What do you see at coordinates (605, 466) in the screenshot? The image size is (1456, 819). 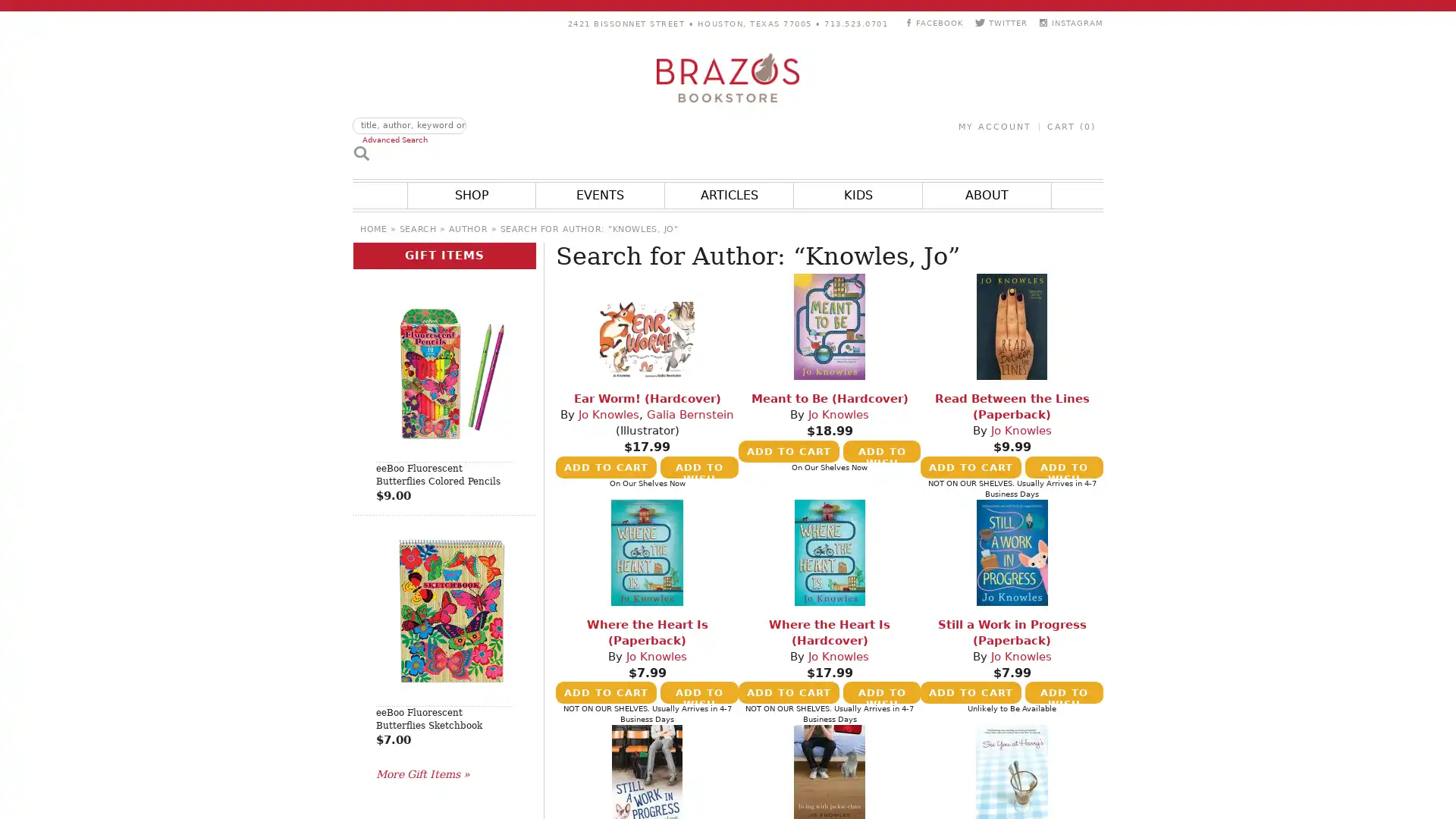 I see `Add to Cart` at bounding box center [605, 466].